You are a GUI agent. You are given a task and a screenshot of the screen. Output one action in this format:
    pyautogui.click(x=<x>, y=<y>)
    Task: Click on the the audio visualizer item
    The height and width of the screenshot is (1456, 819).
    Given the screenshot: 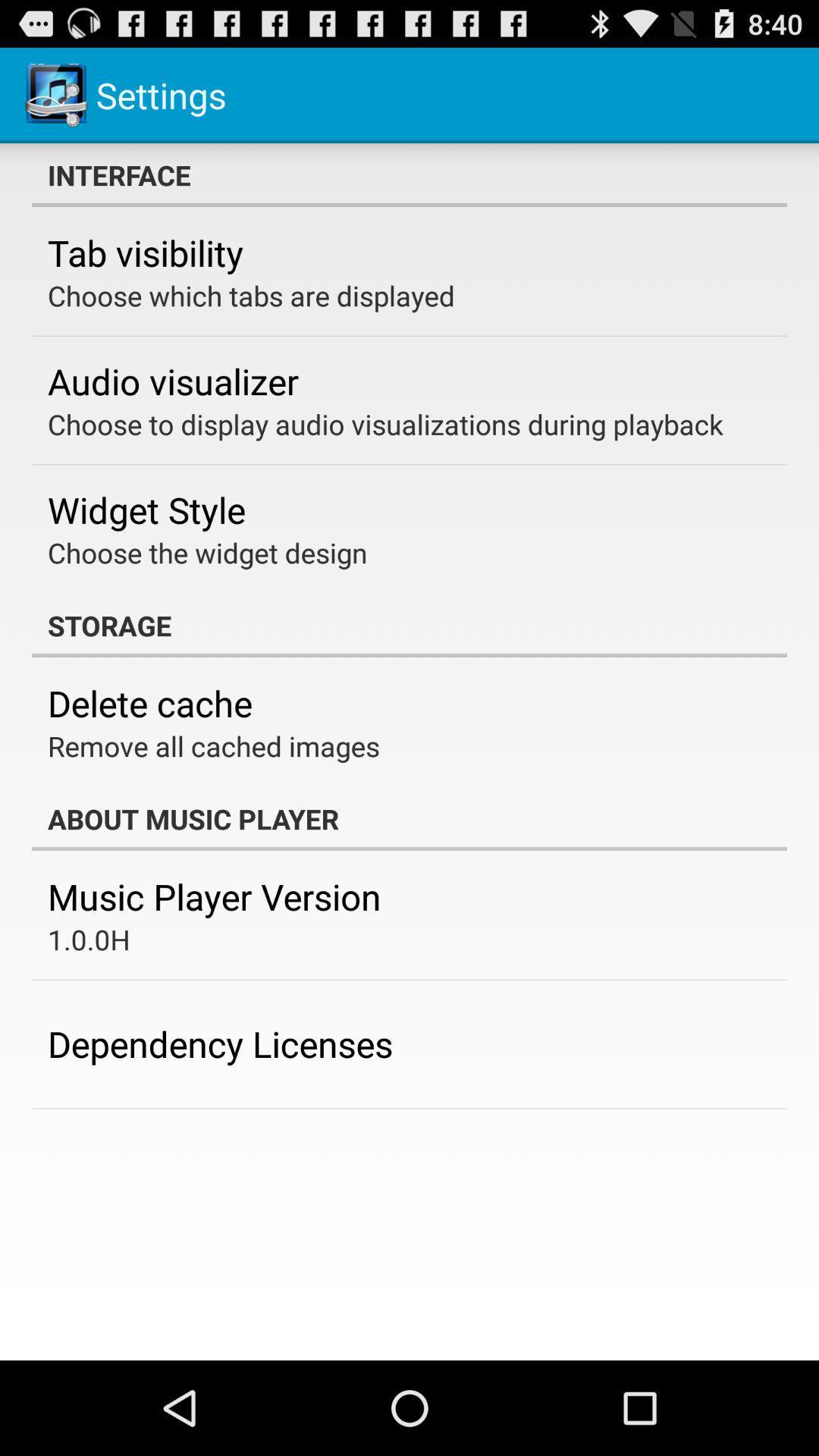 What is the action you would take?
    pyautogui.click(x=172, y=381)
    